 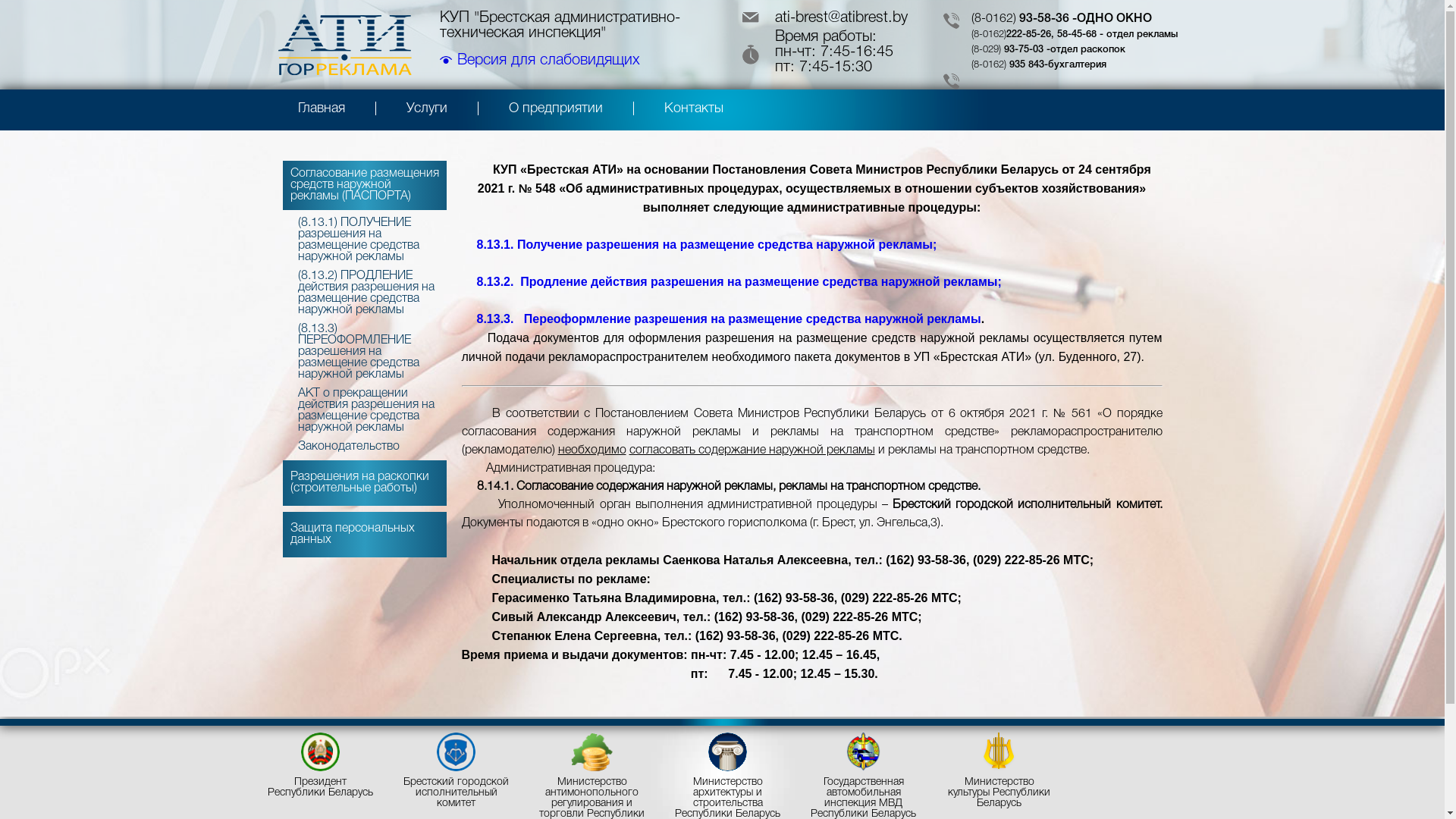 What do you see at coordinates (823, 17) in the screenshot?
I see `'ati-brest@atibrest.by'` at bounding box center [823, 17].